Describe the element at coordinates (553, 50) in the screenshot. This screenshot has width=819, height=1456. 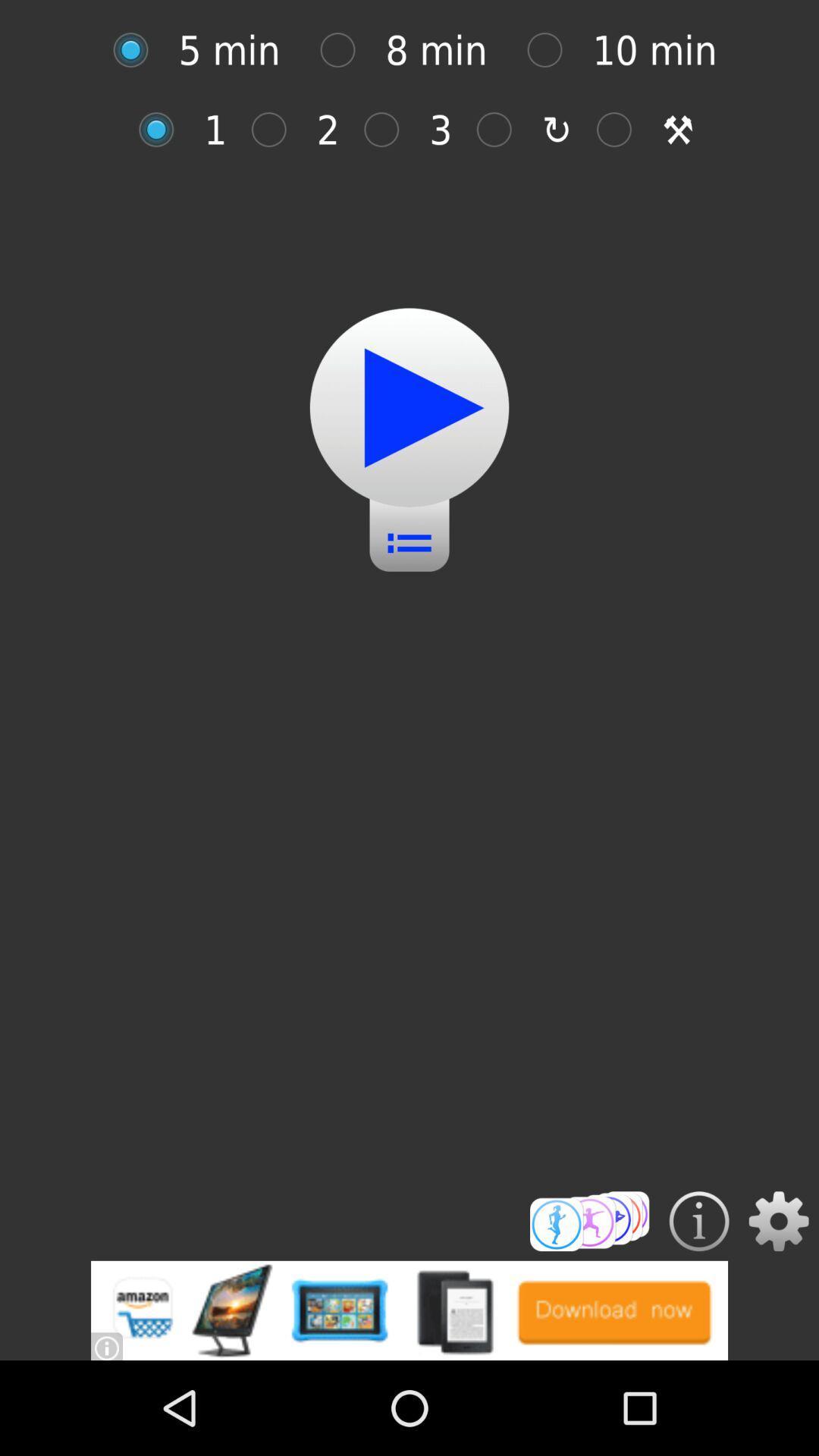
I see `10 min` at that location.